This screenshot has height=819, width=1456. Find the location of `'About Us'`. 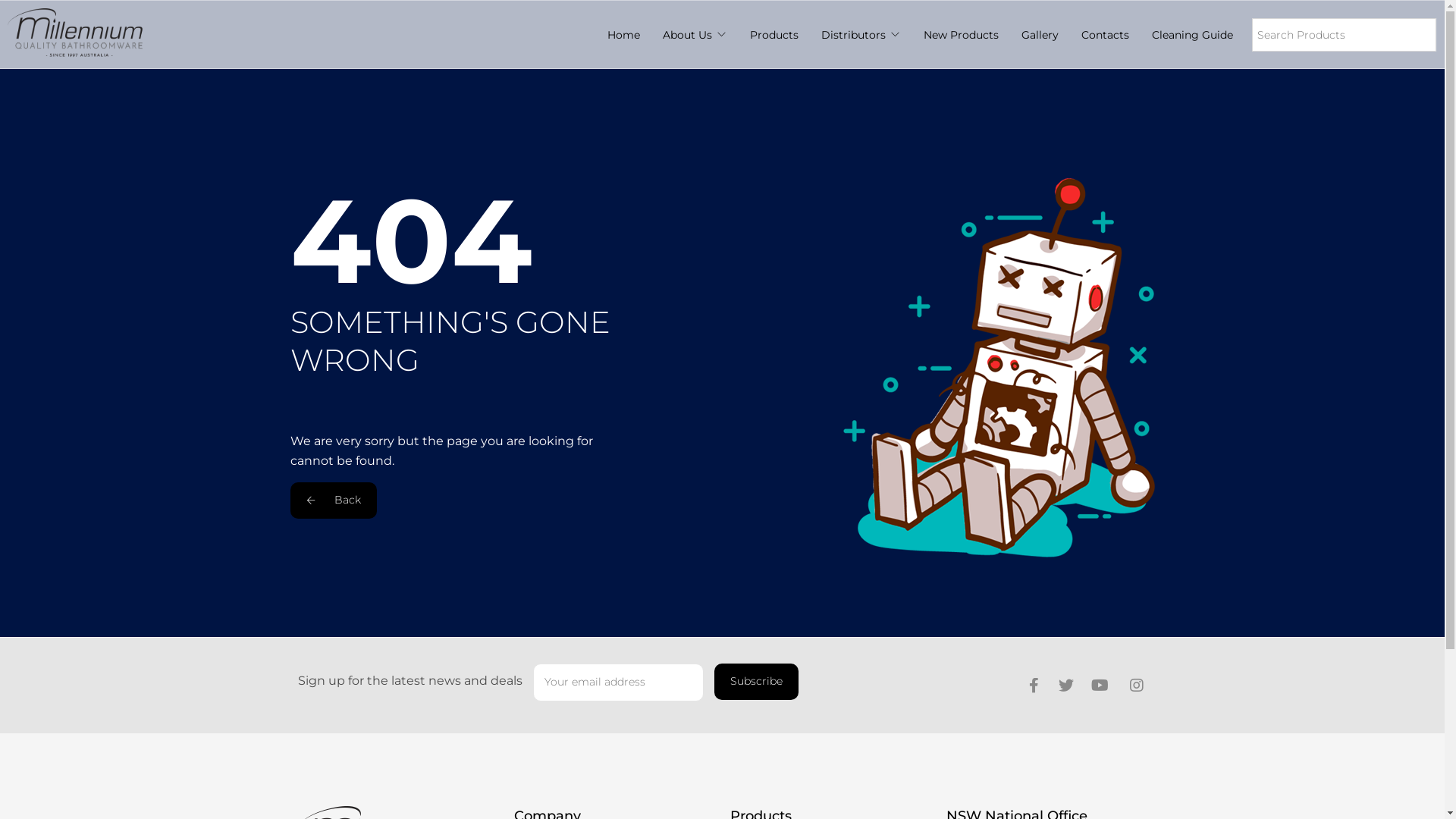

'About Us' is located at coordinates (686, 34).